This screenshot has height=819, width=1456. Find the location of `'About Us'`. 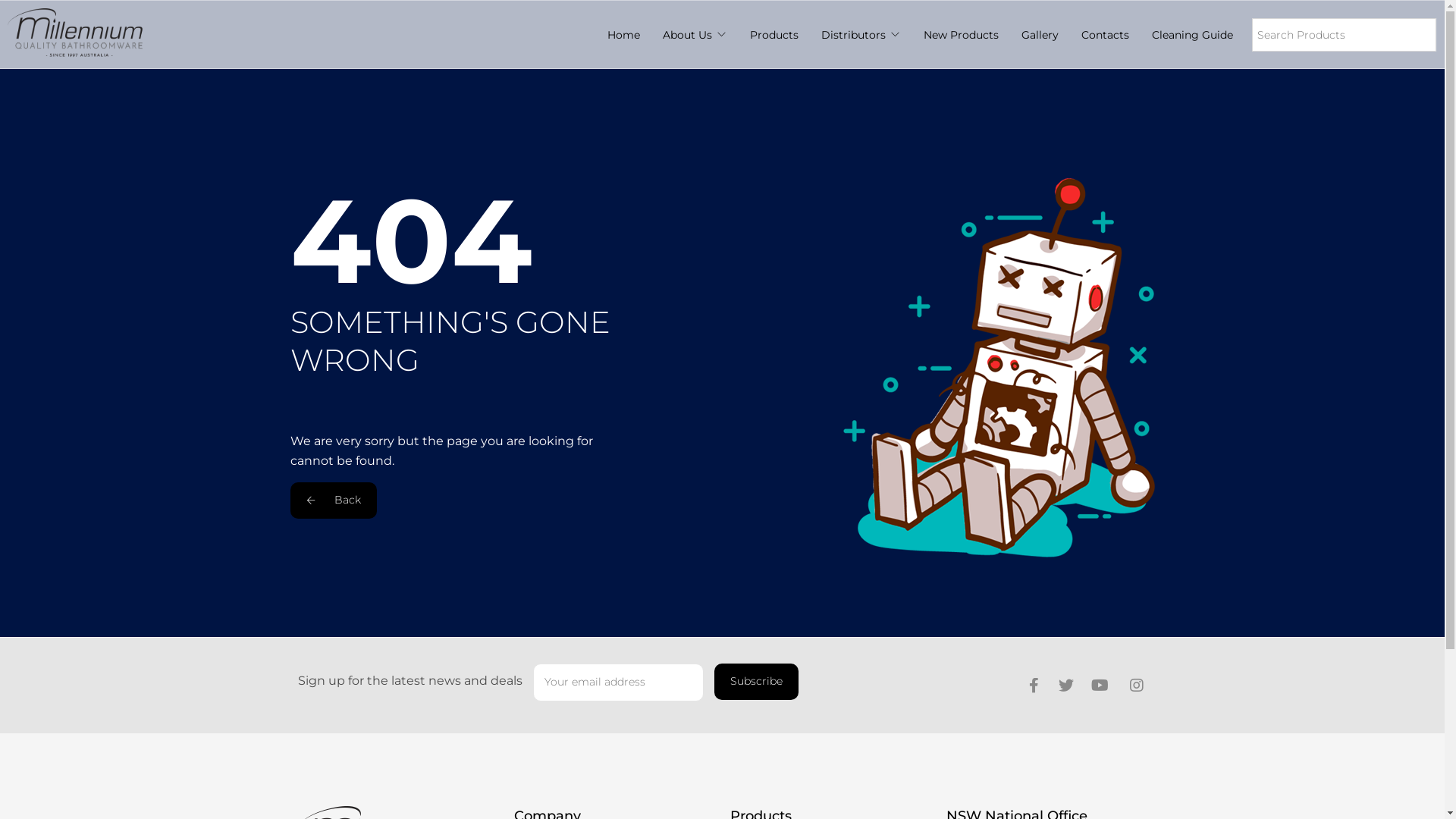

'About Us' is located at coordinates (686, 34).